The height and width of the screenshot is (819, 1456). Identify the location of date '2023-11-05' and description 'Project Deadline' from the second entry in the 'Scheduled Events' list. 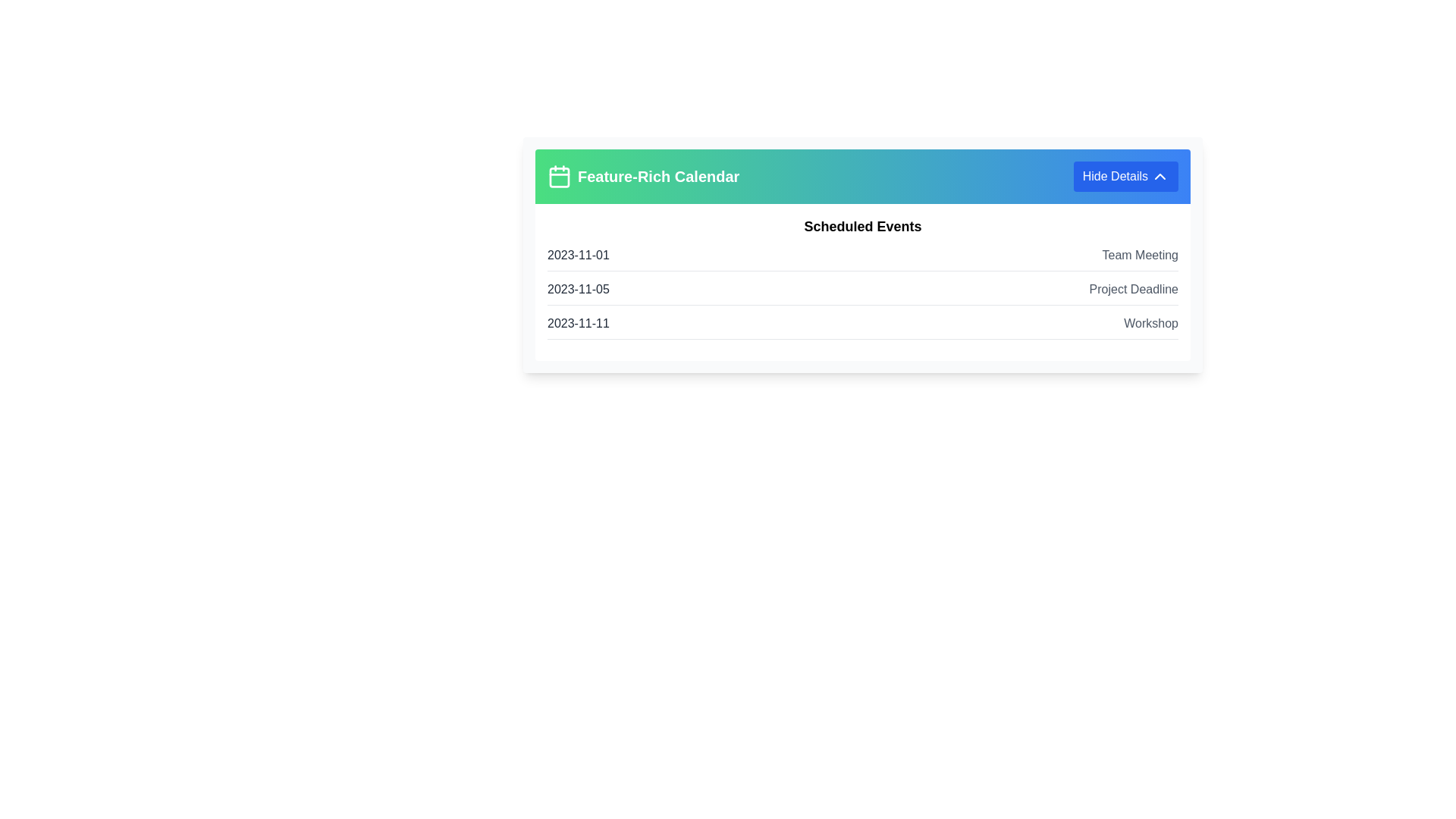
(862, 293).